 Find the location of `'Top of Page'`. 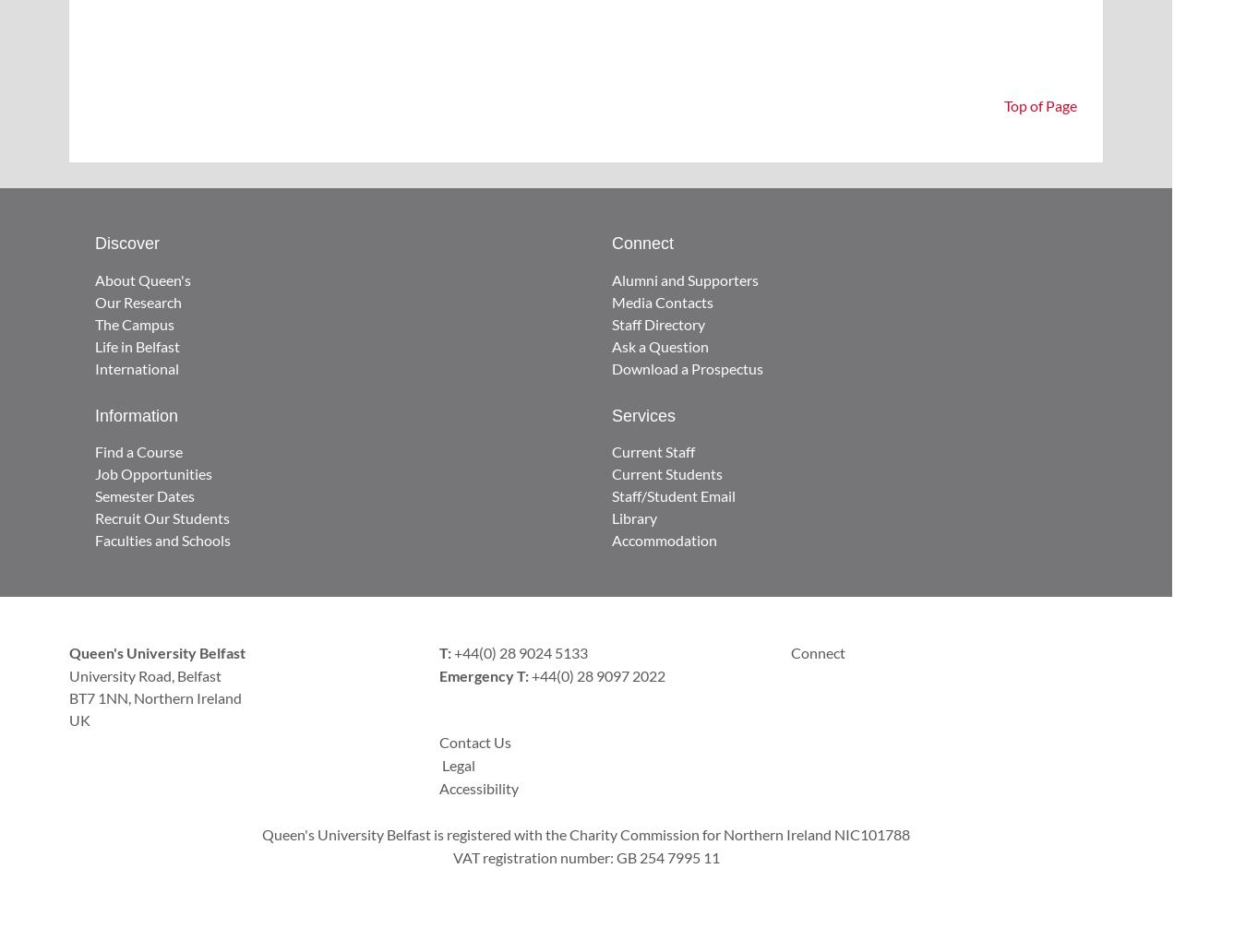

'Top of Page' is located at coordinates (1003, 105).